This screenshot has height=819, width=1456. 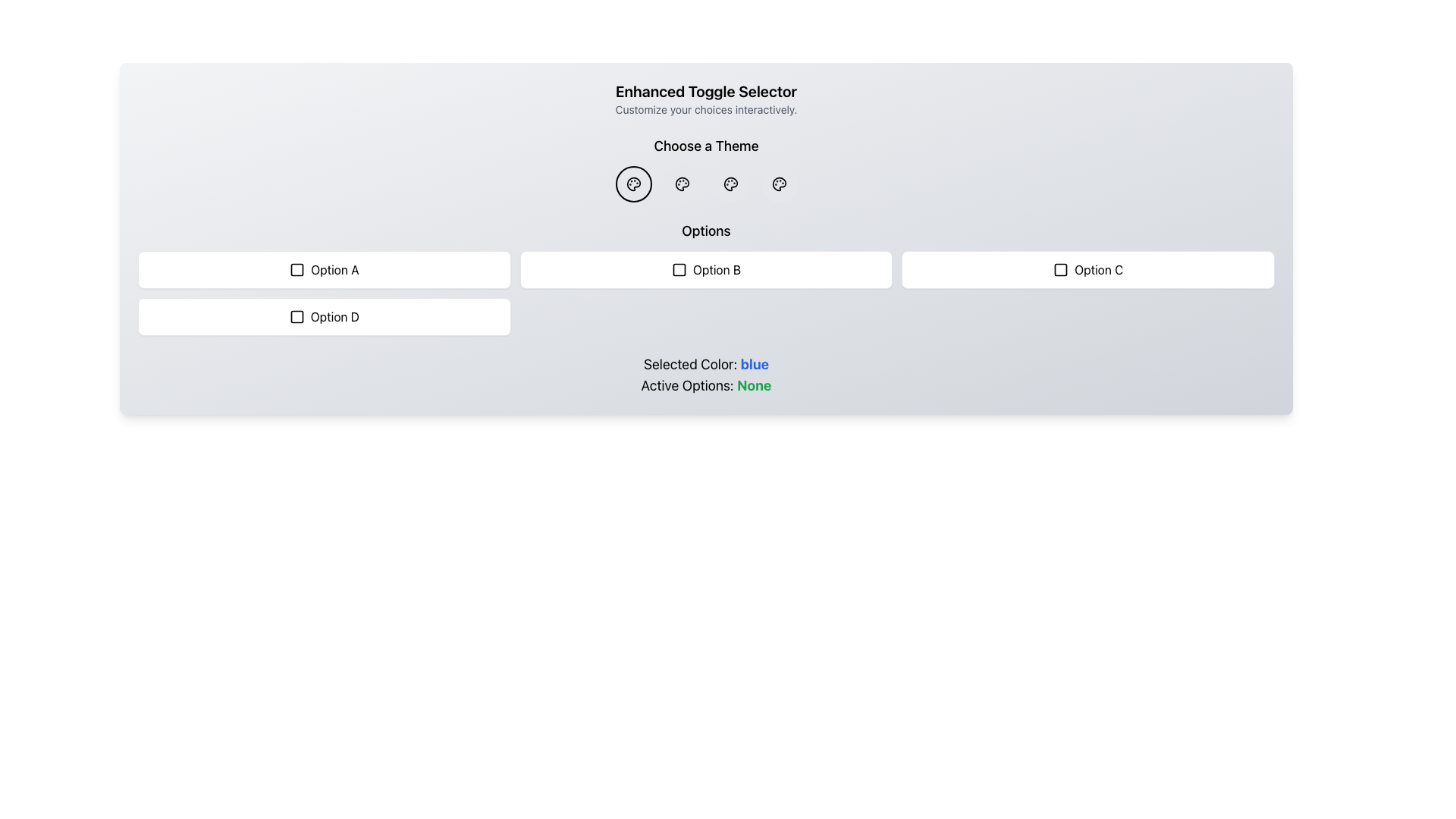 I want to click on the central graphical icon in the 'Choose a Theme' section, so click(x=633, y=184).